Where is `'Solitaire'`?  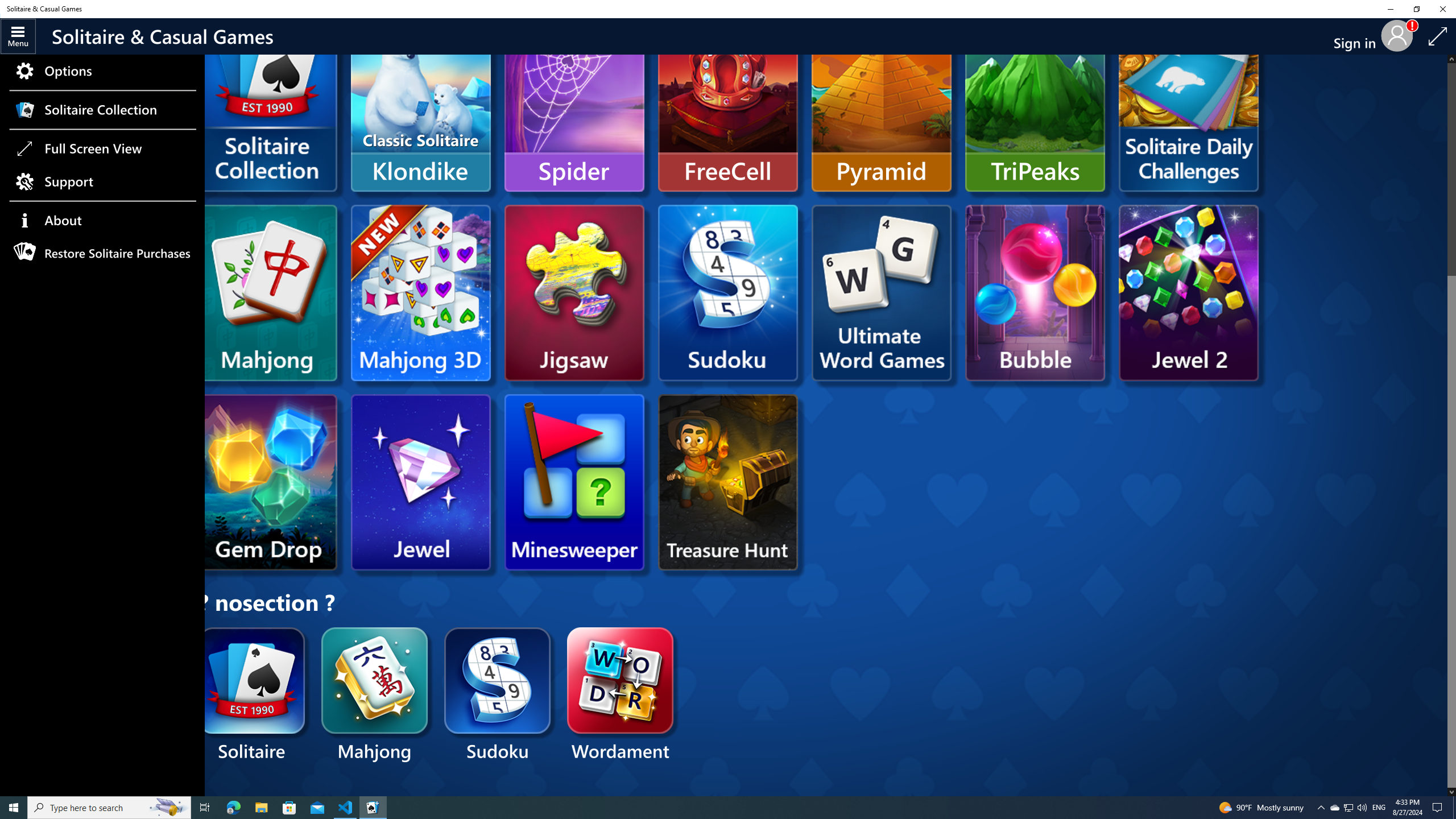 'Solitaire' is located at coordinates (253, 695).